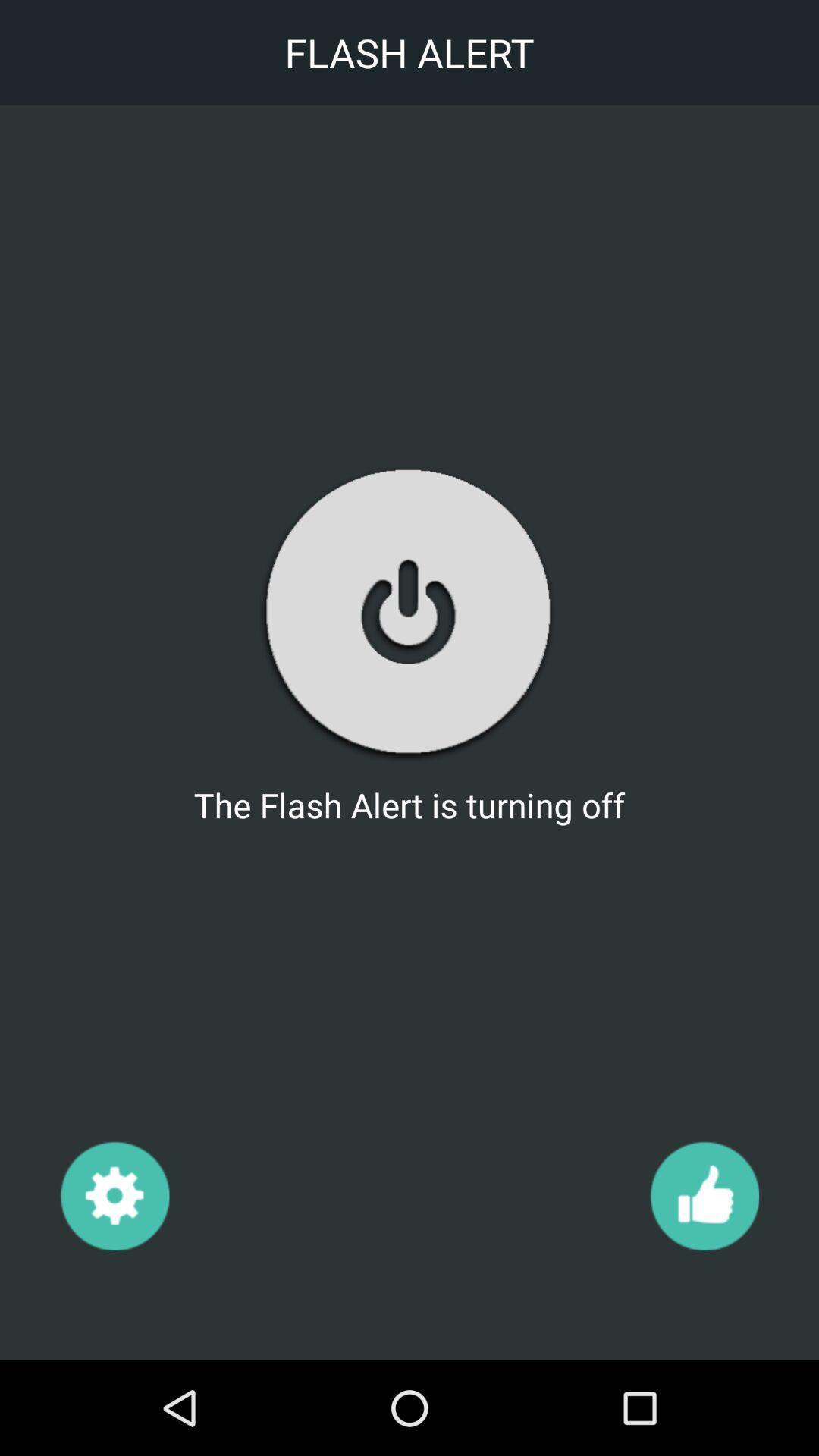  What do you see at coordinates (704, 1194) in the screenshot?
I see `like this` at bounding box center [704, 1194].